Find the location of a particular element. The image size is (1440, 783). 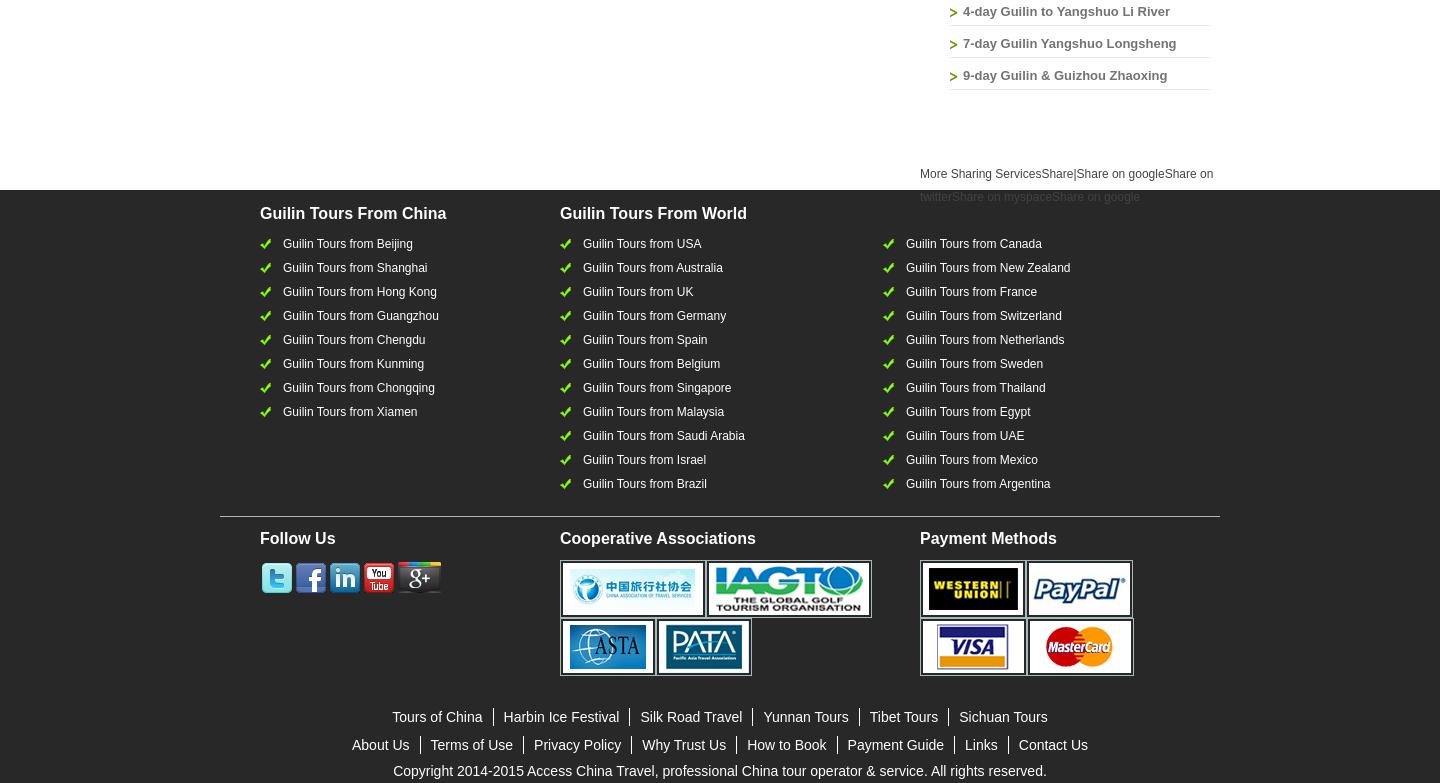

'Guilin Tours from Mexico' is located at coordinates (970, 459).